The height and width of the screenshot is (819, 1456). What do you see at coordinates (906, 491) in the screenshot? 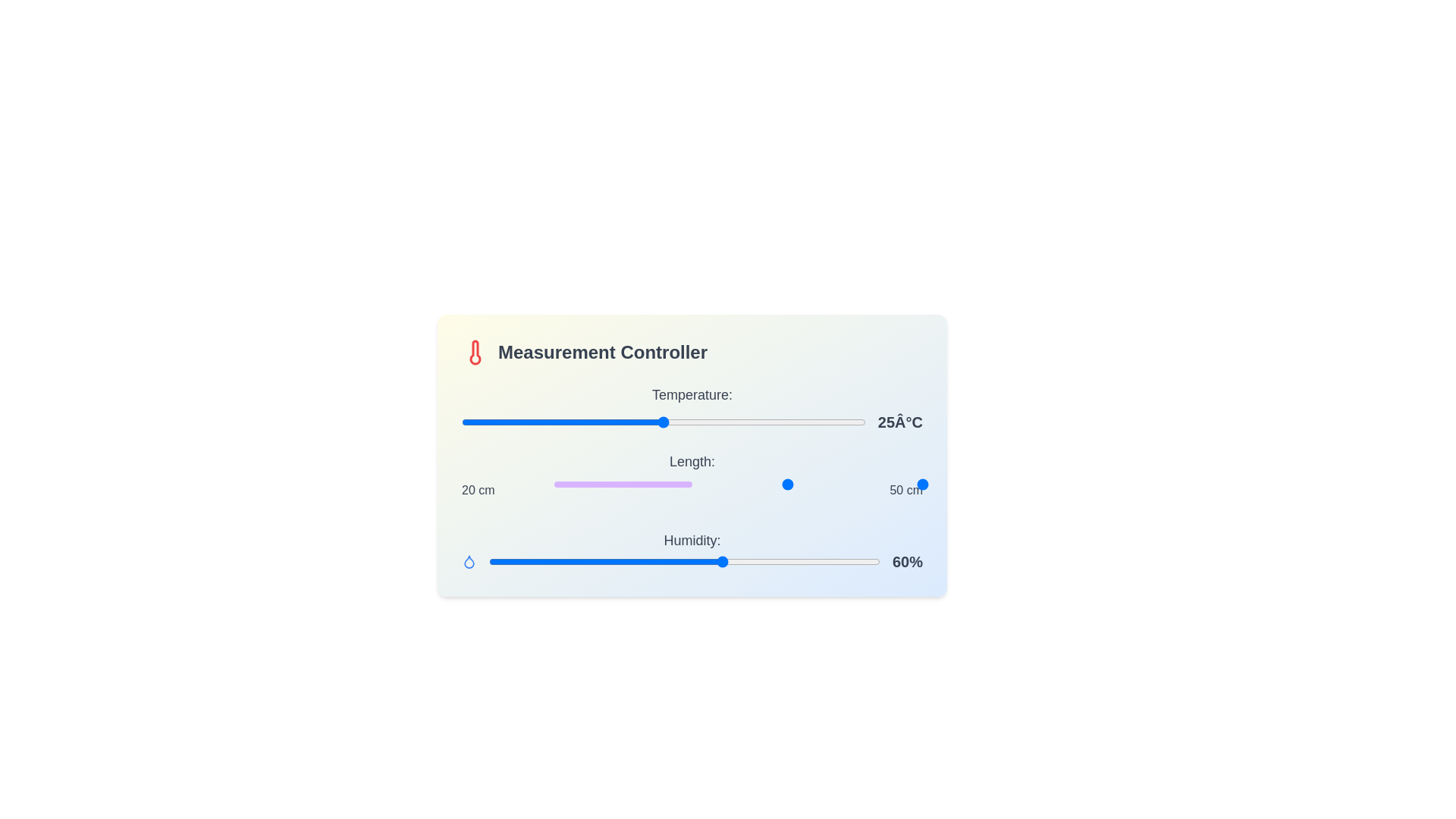
I see `the static text label displaying the current length measurement value, located to the right of '20 cm' under the 'Length' label` at bounding box center [906, 491].